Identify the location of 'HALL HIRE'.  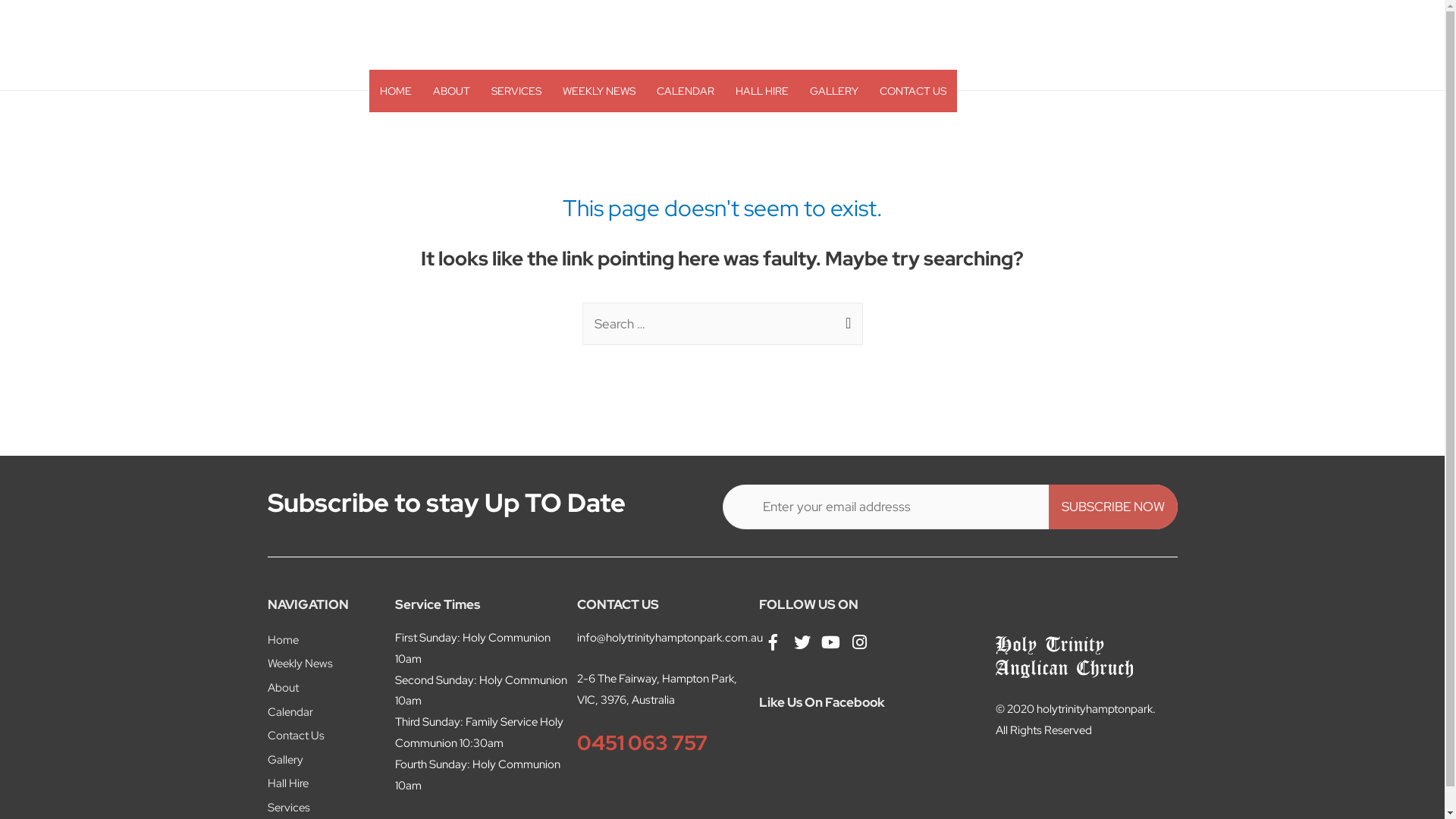
(761, 90).